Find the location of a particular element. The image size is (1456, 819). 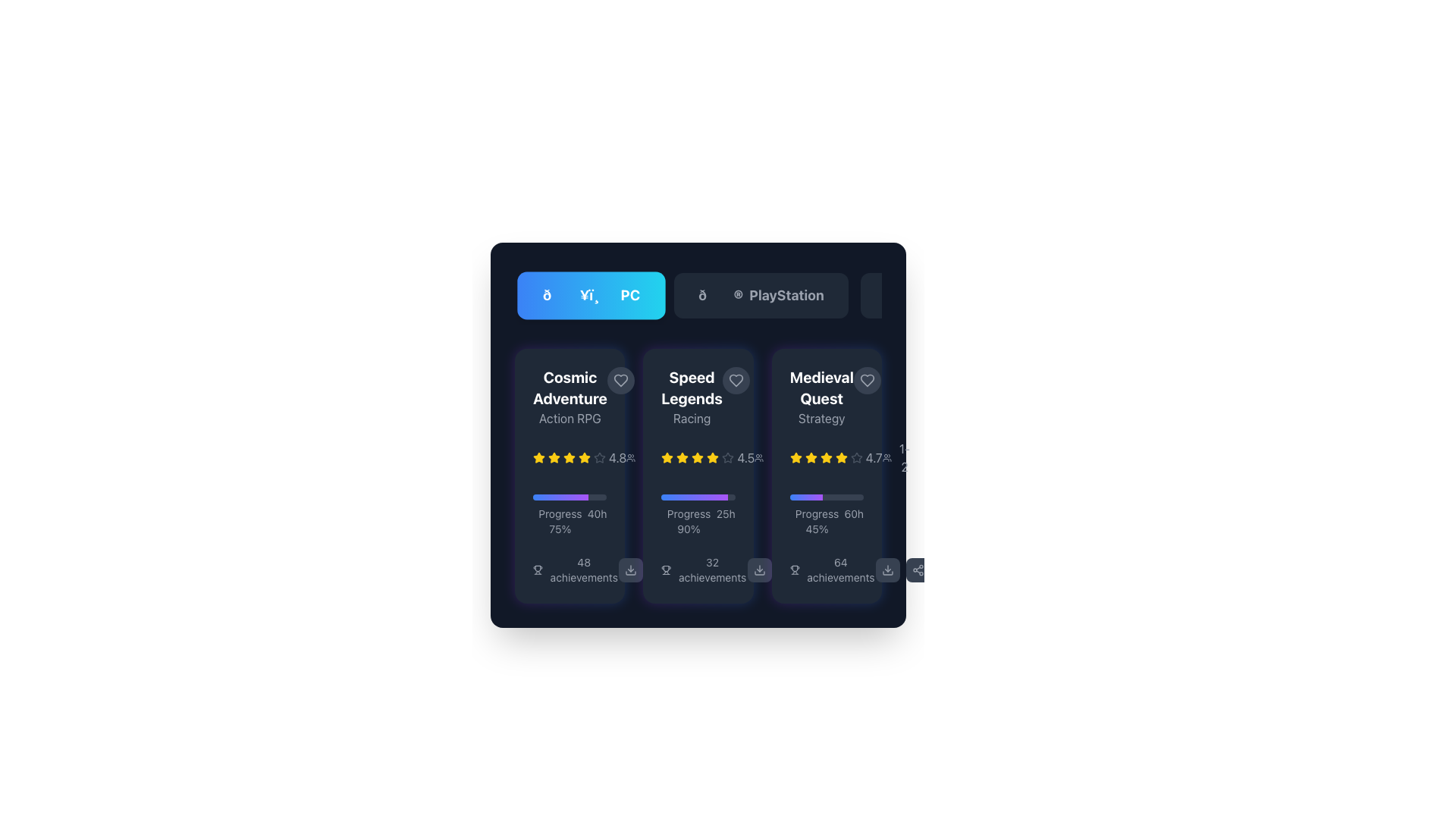

the horizontal progress bar with a gradient from blue to purple, located in the 'Speed Legends' card, below the star rating and above 'Progress 25h 90%' is located at coordinates (698, 497).